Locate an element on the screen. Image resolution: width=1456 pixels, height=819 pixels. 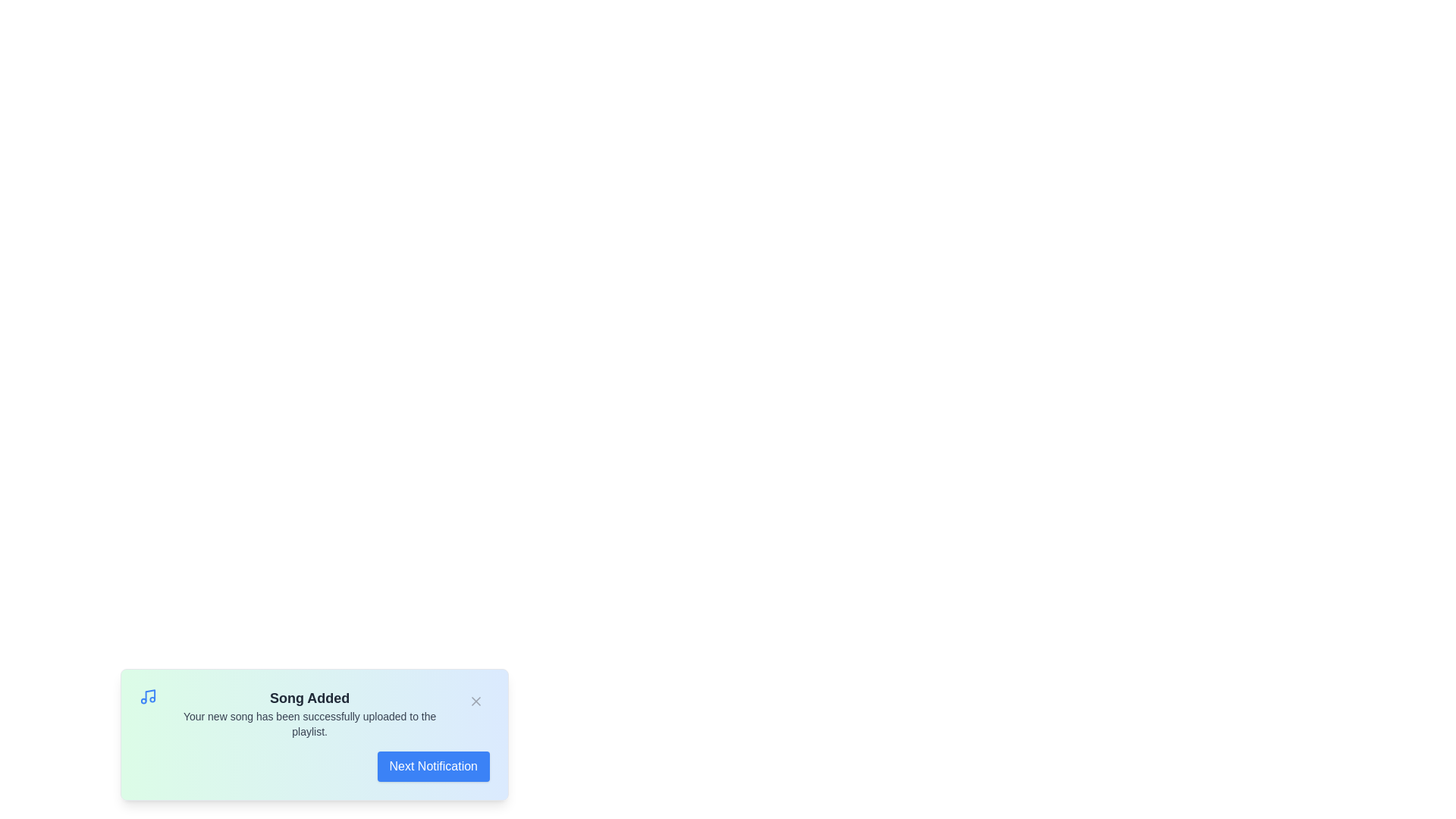
the notification icon to interact with it is located at coordinates (148, 696).